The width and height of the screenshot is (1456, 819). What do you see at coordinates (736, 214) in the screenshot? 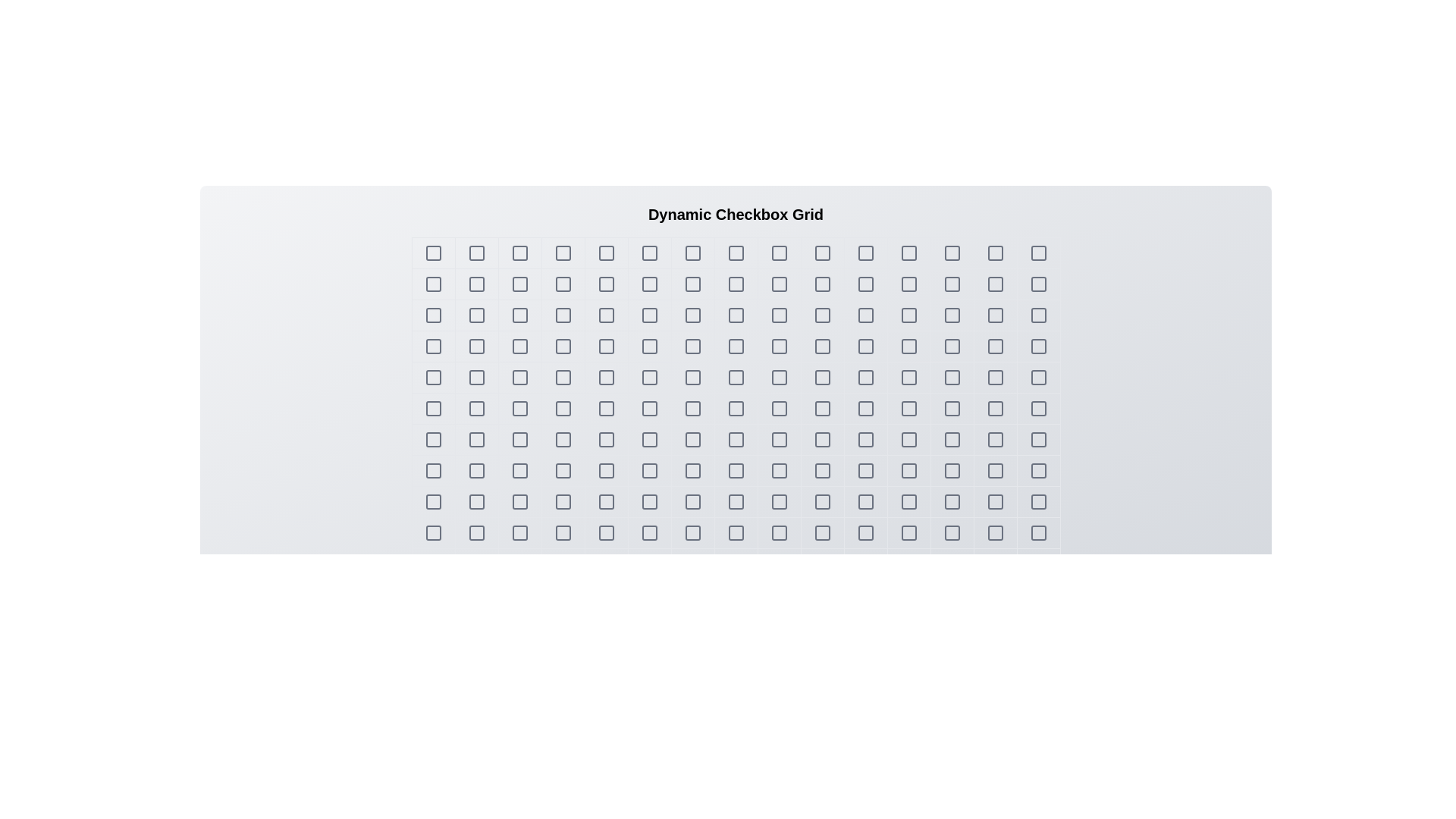
I see `the text label 'Dynamic Checkbox Grid' located at the top center of the component` at bounding box center [736, 214].